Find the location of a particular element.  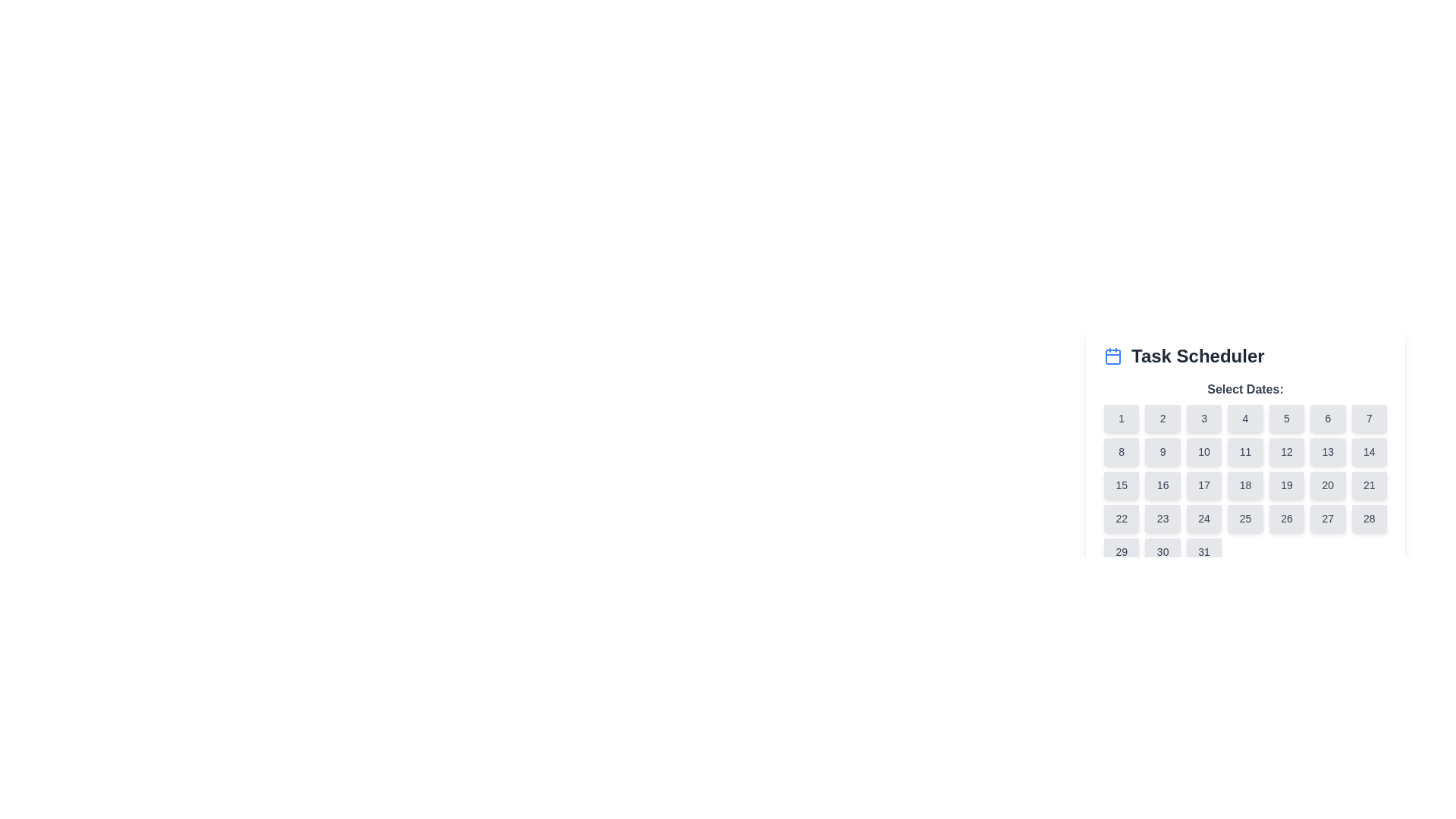

a specific date button in the Calendar Grid located centrally within the 'Task Scheduler' section is located at coordinates (1245, 507).